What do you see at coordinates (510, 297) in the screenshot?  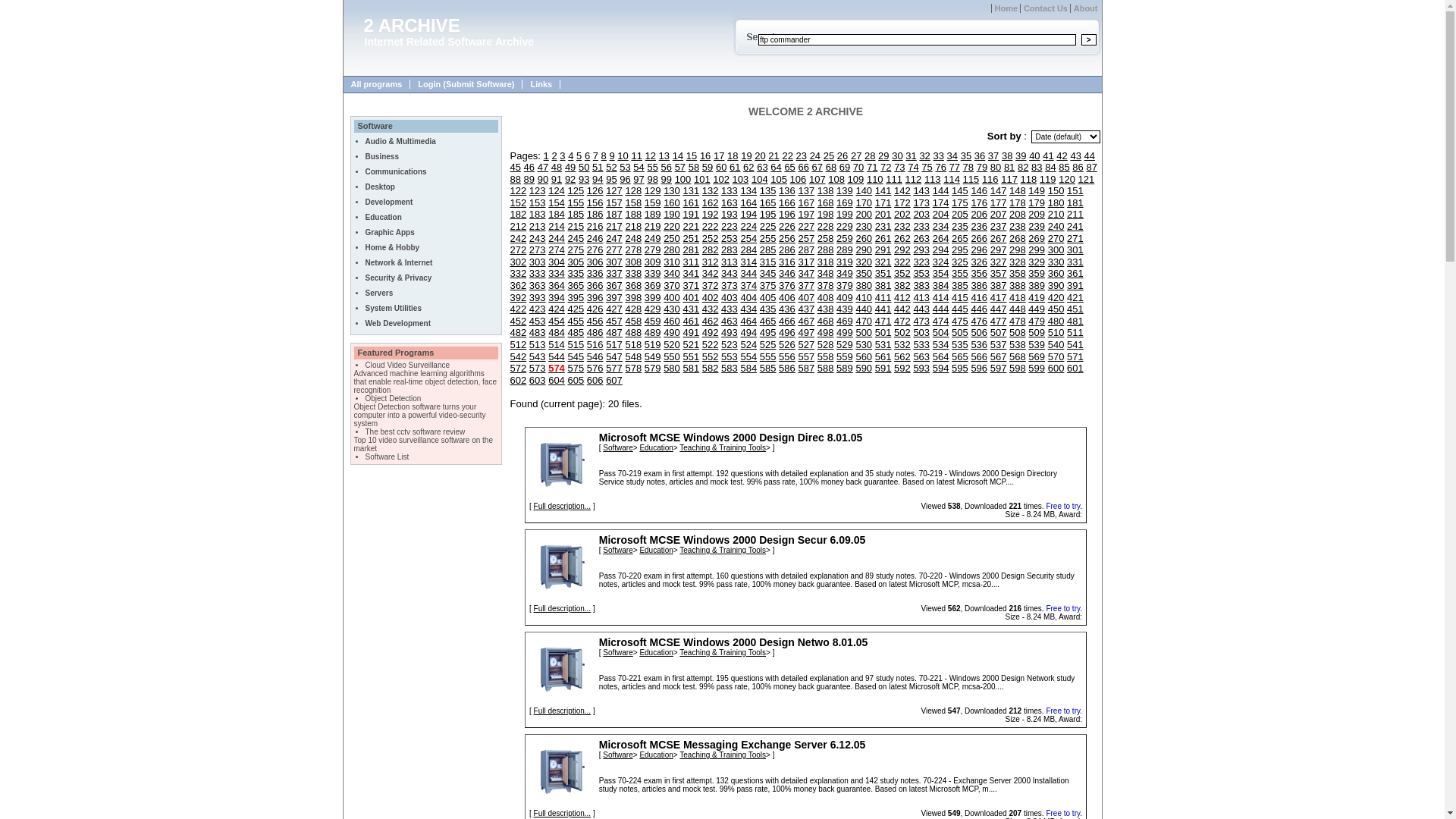 I see `'392'` at bounding box center [510, 297].